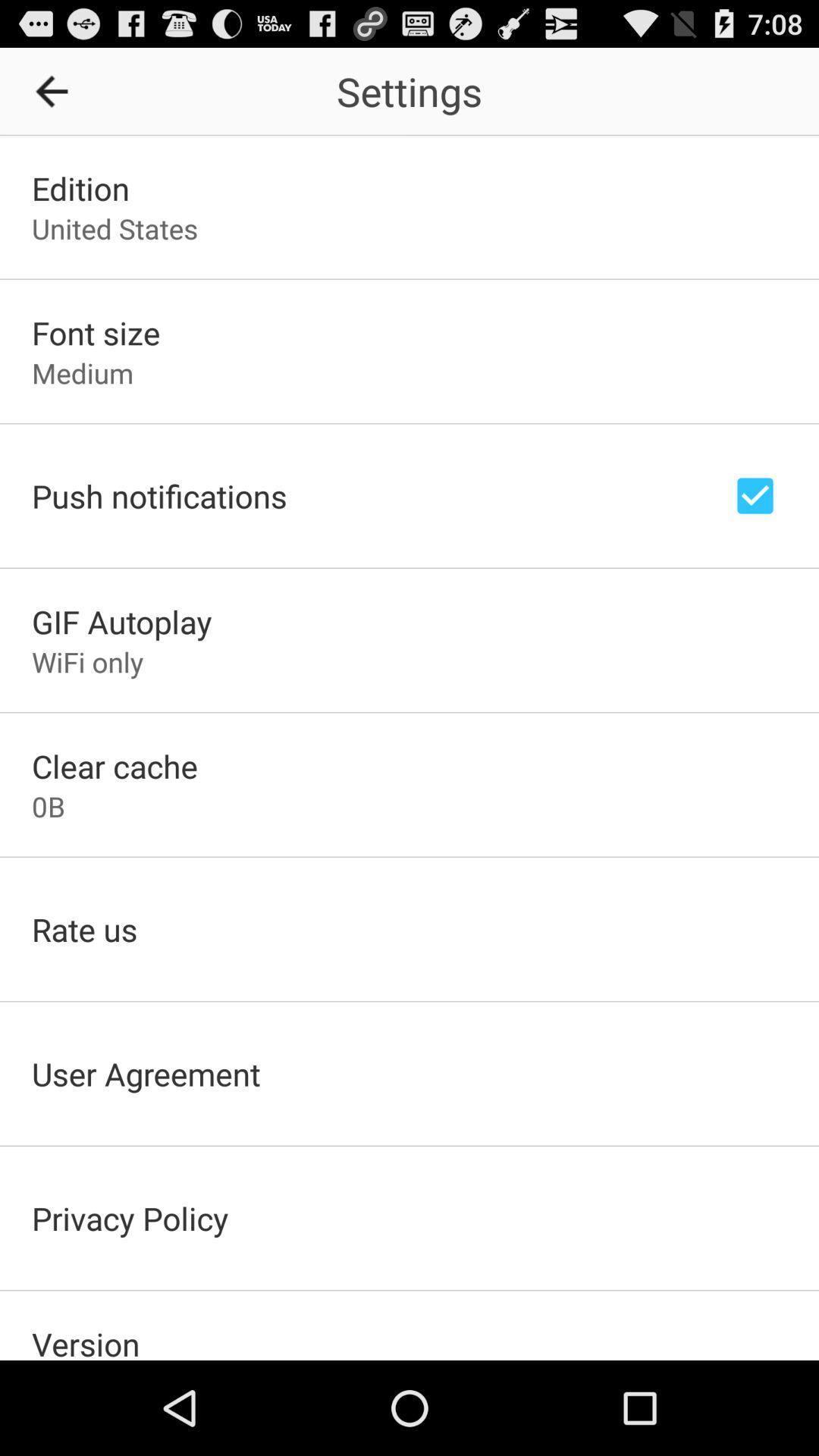 The width and height of the screenshot is (819, 1456). I want to click on notifications, so click(755, 495).